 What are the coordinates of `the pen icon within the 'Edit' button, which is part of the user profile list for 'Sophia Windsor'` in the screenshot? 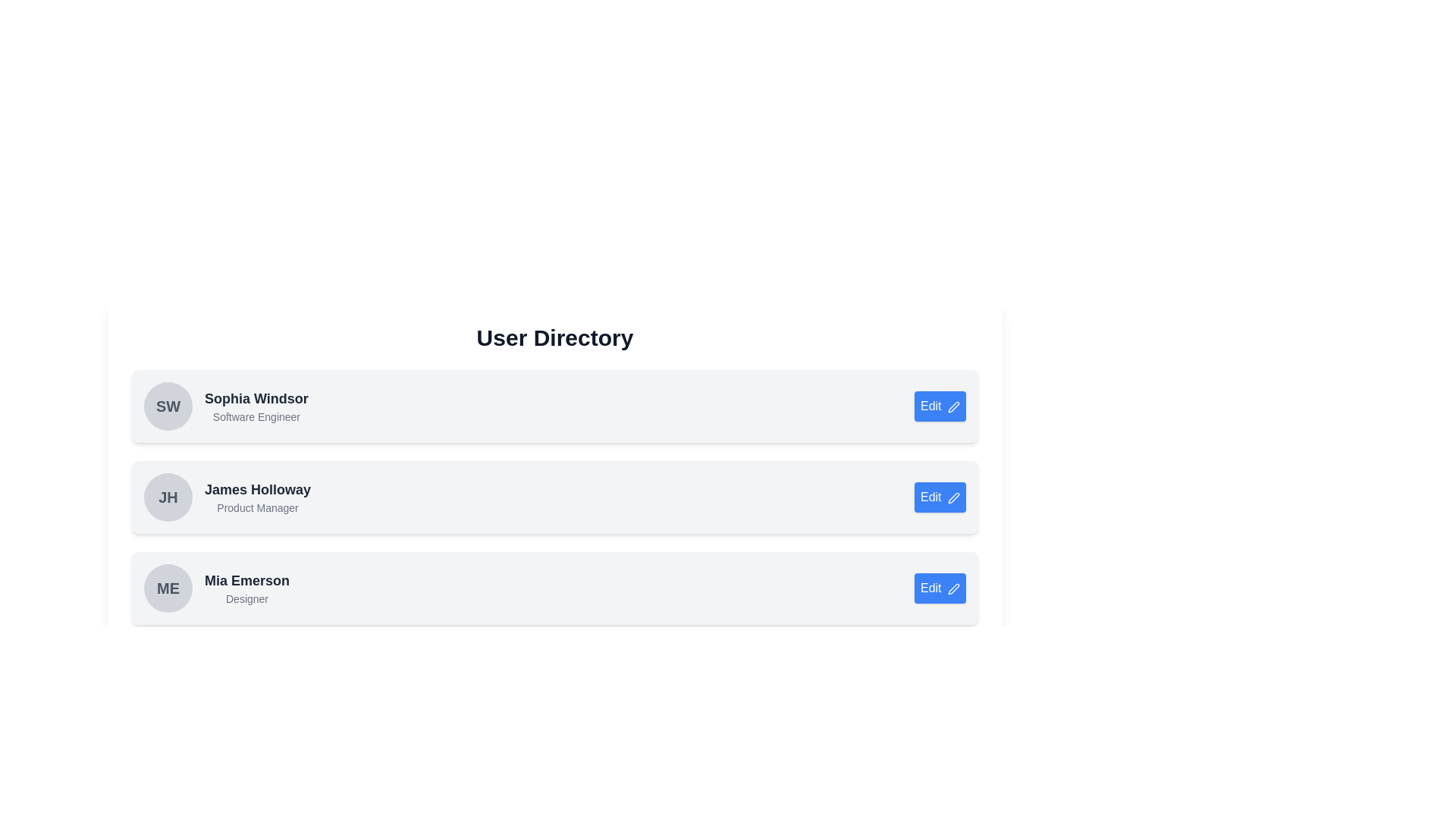 It's located at (952, 406).